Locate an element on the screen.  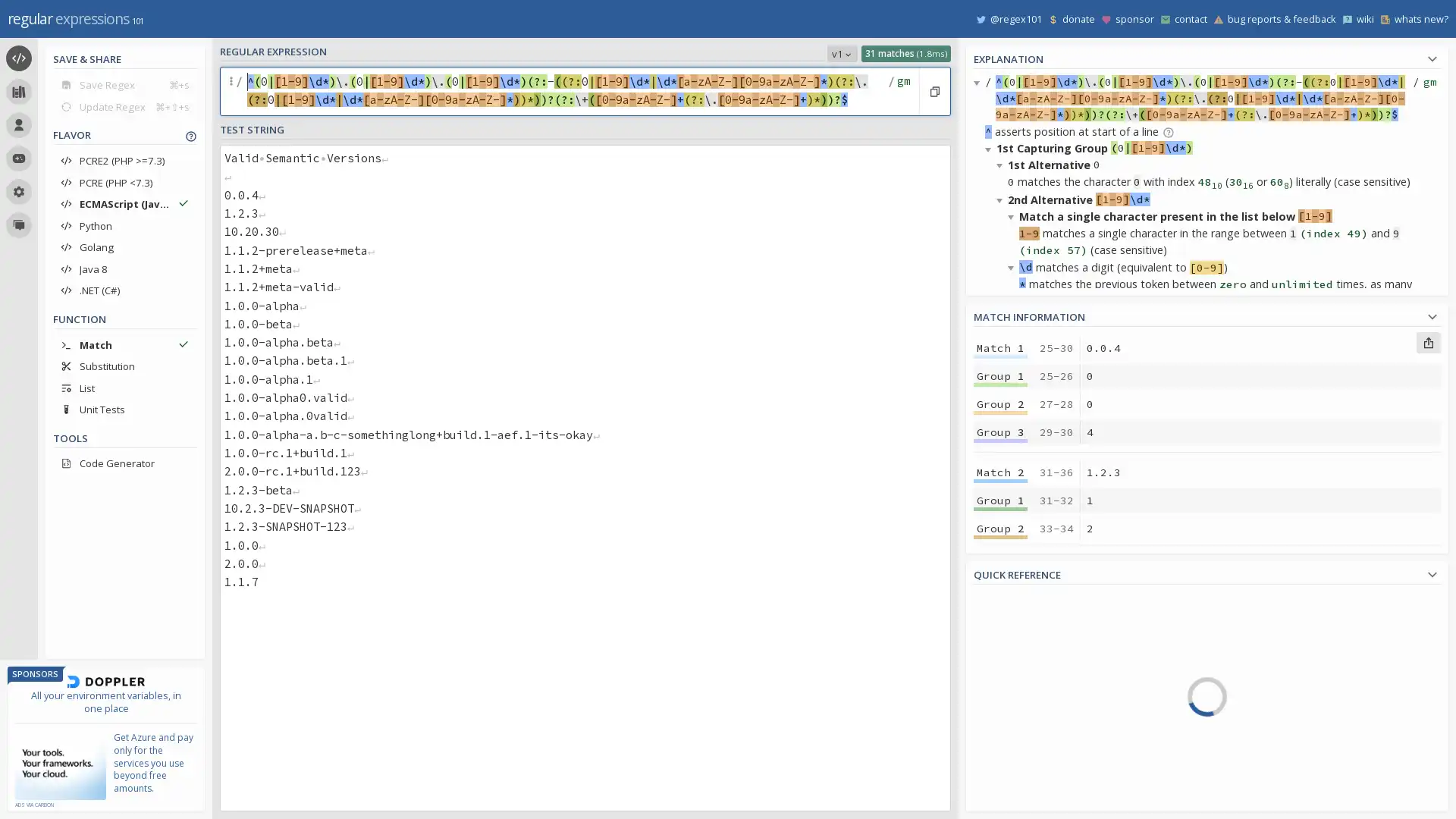
Java 8 is located at coordinates (124, 268).